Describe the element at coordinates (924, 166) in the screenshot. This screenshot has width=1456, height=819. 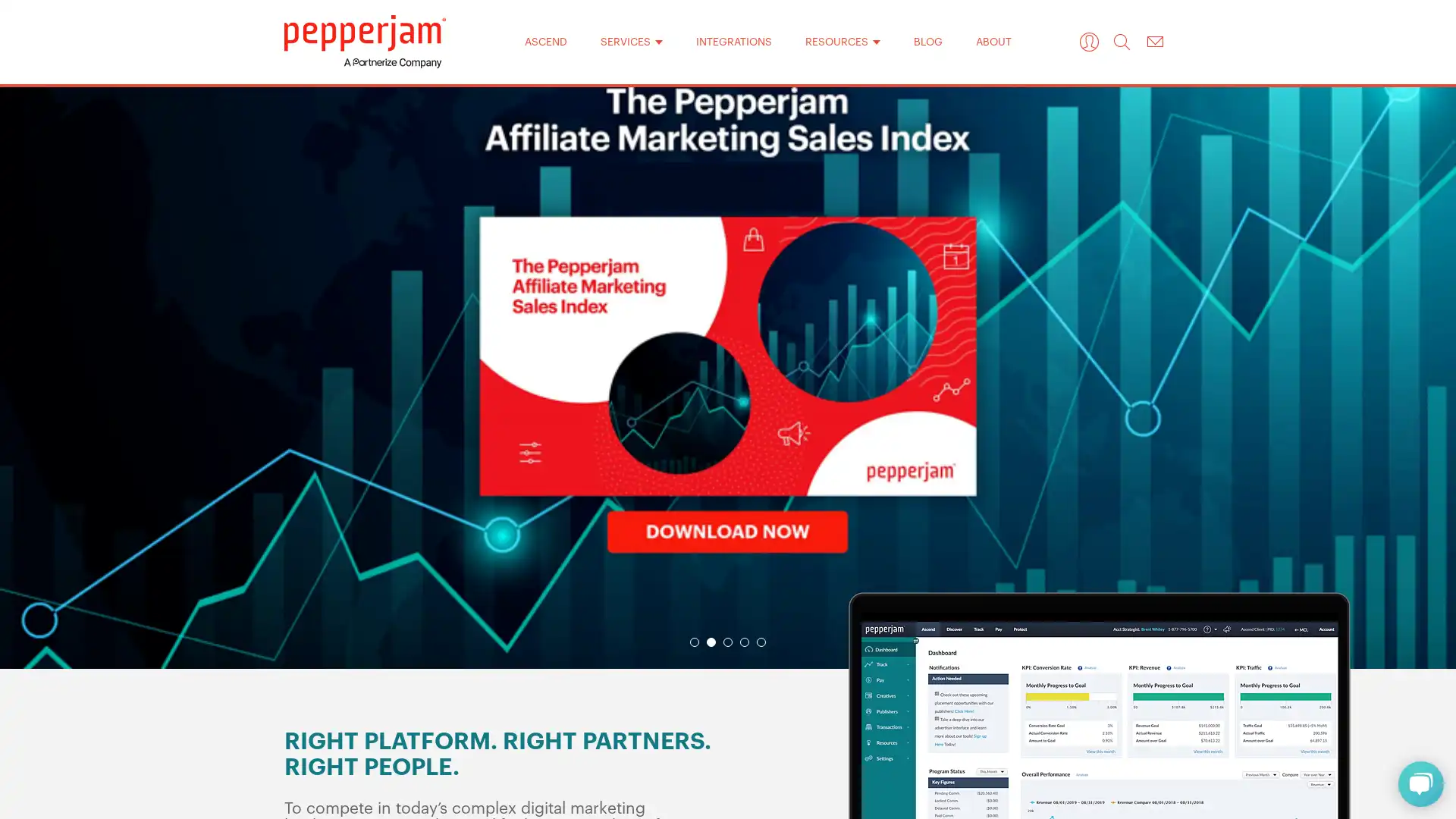
I see `Close` at that location.